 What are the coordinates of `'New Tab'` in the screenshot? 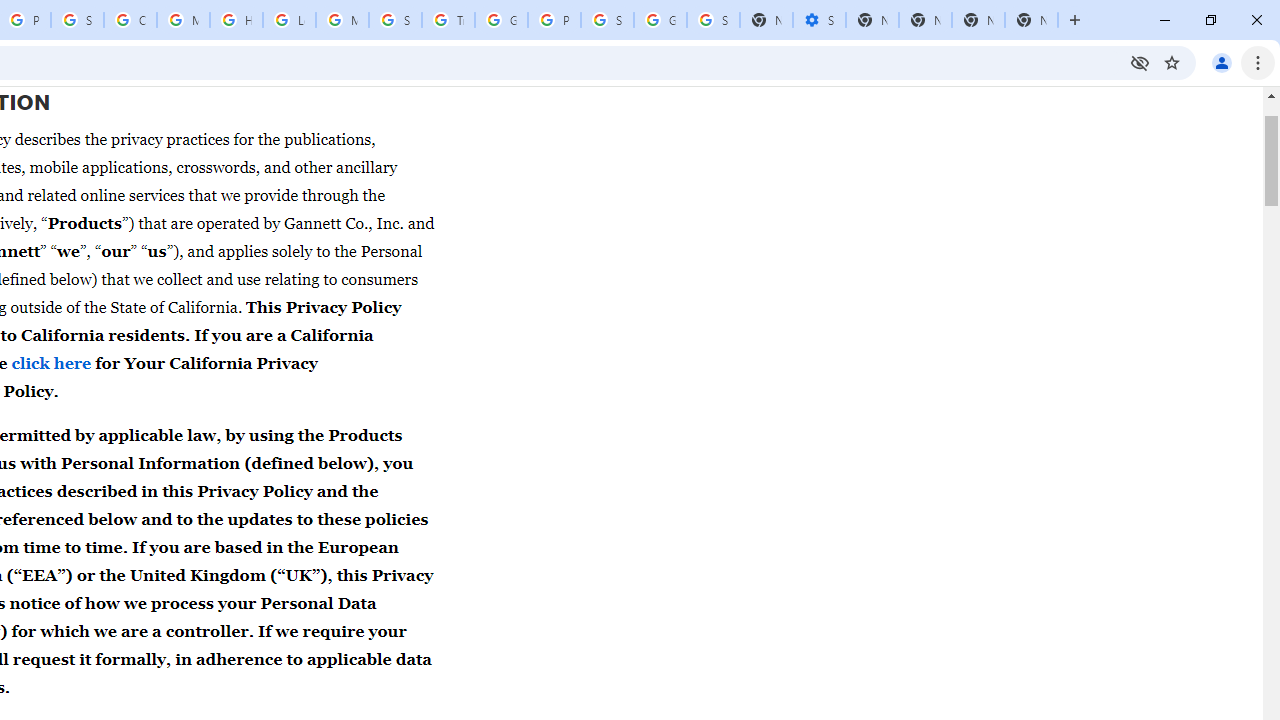 It's located at (1074, 20).